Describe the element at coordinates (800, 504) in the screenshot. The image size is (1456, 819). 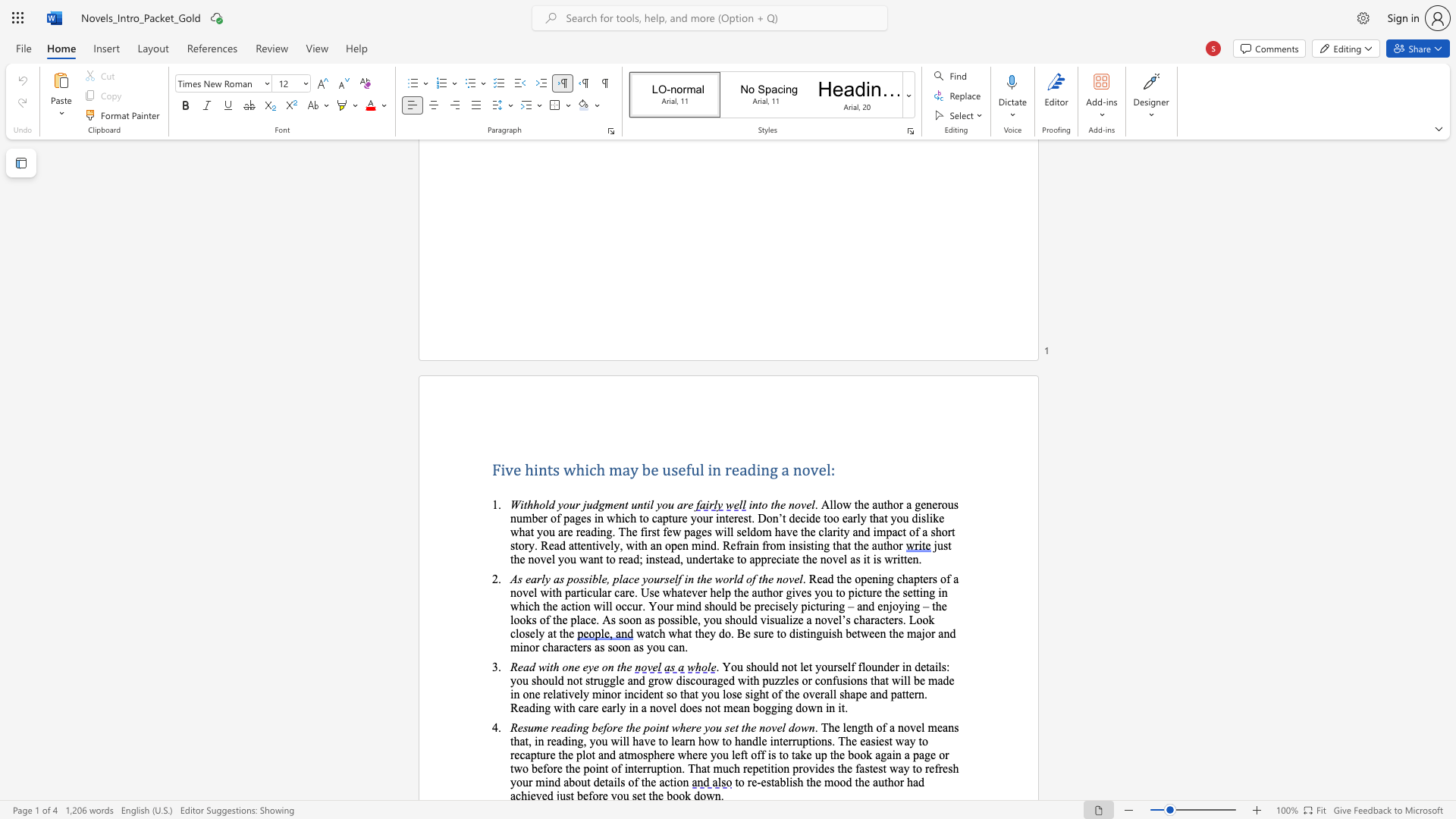
I see `the subset text "ve" within the text "into the novel"` at that location.